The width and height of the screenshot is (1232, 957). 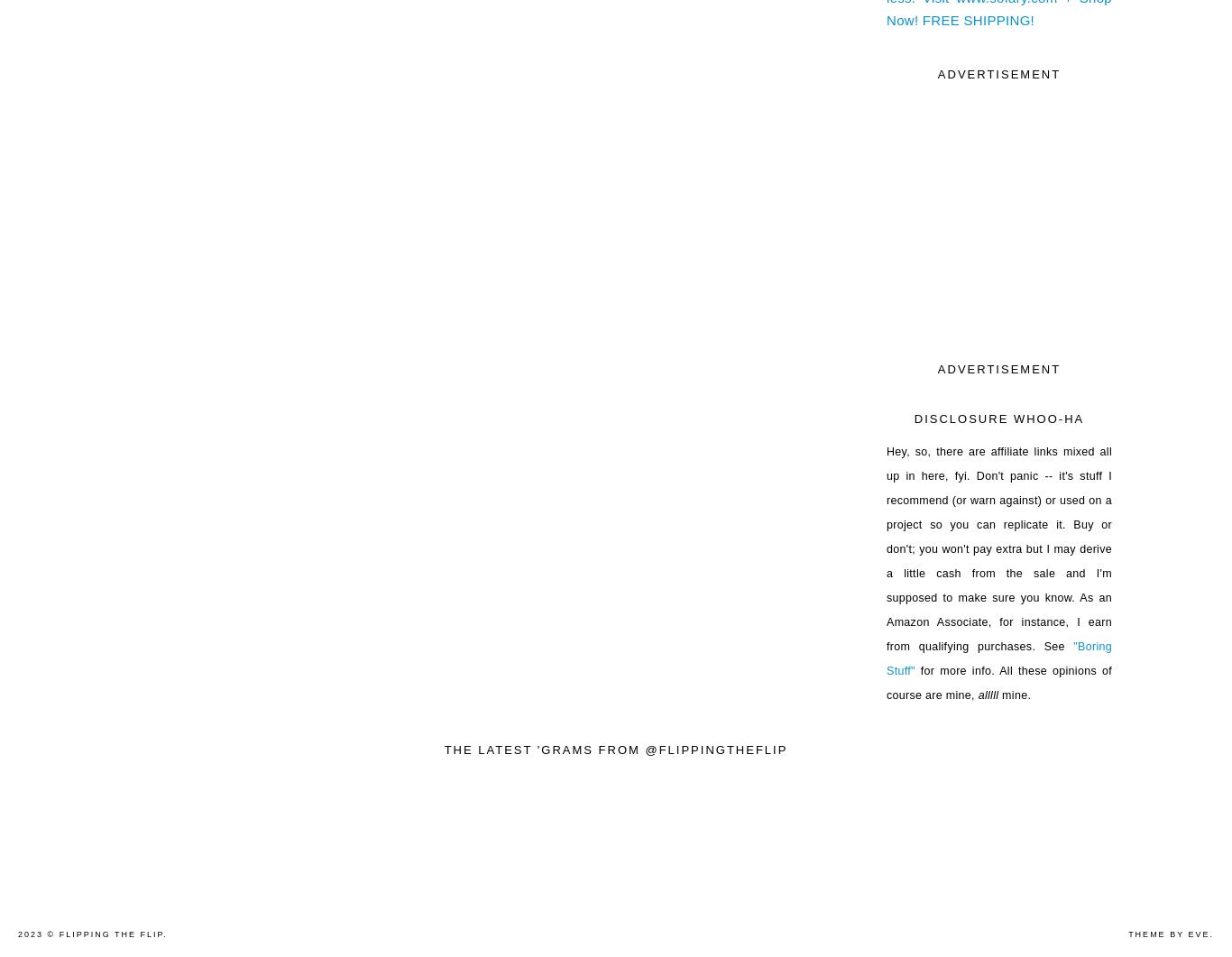 What do you see at coordinates (998, 682) in the screenshot?
I see `'for more info.  All these opinions of course are mine,'` at bounding box center [998, 682].